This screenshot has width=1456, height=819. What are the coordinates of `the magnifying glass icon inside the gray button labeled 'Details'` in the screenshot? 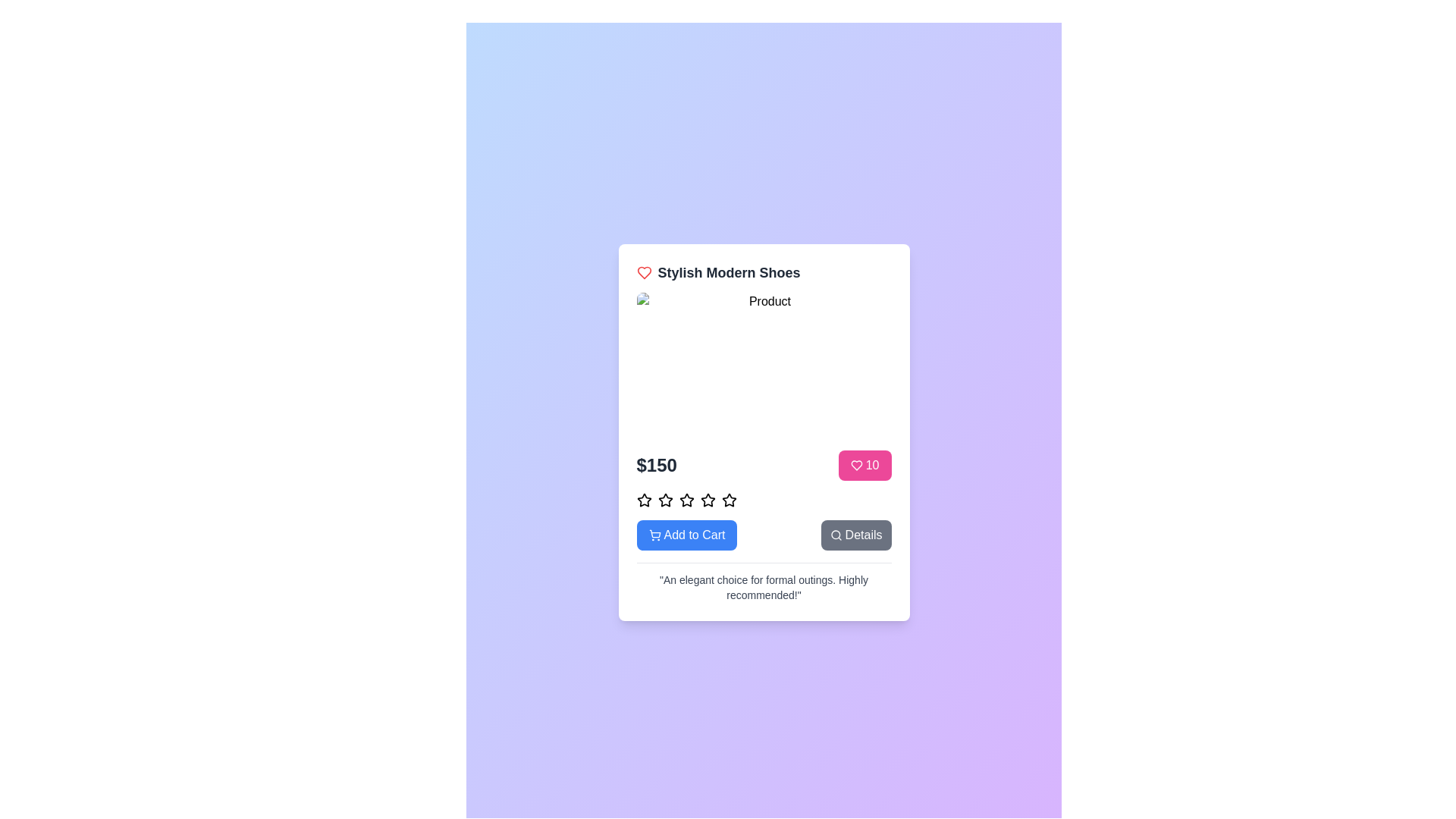 It's located at (835, 534).